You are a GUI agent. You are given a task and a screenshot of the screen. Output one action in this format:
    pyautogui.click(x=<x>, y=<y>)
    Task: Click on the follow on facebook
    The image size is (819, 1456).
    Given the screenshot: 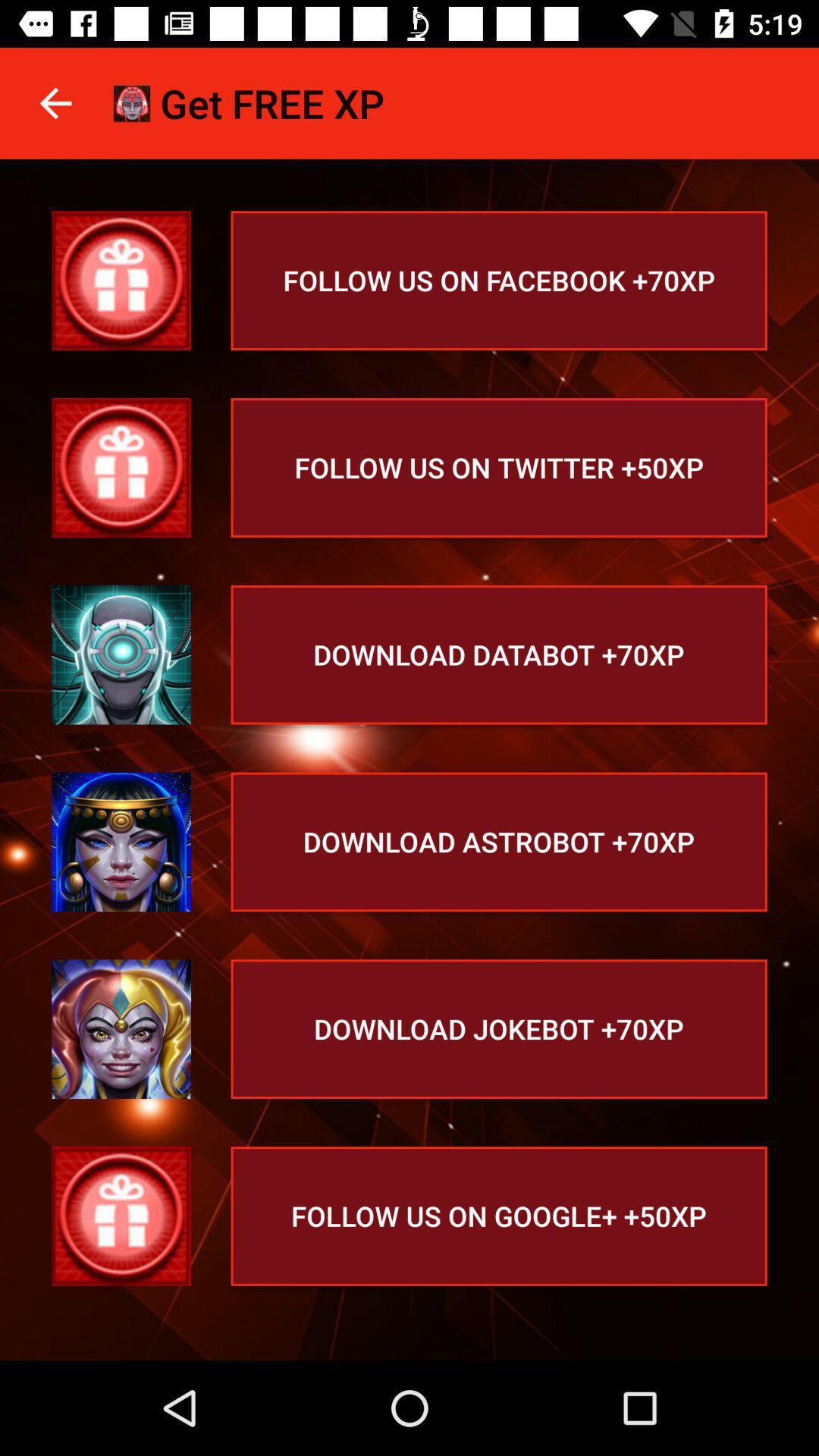 What is the action you would take?
    pyautogui.click(x=121, y=281)
    